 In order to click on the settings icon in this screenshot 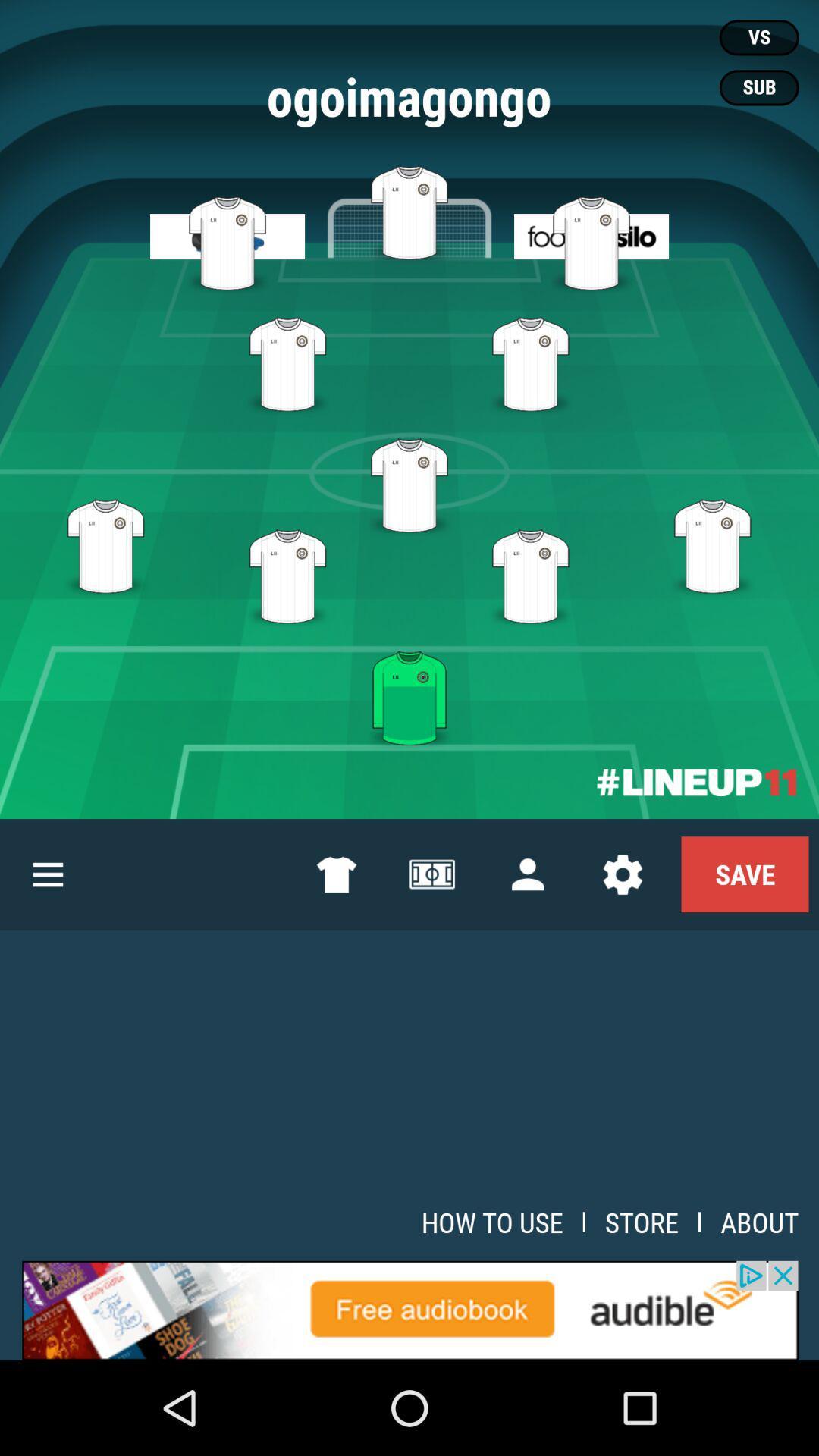, I will do `click(623, 874)`.